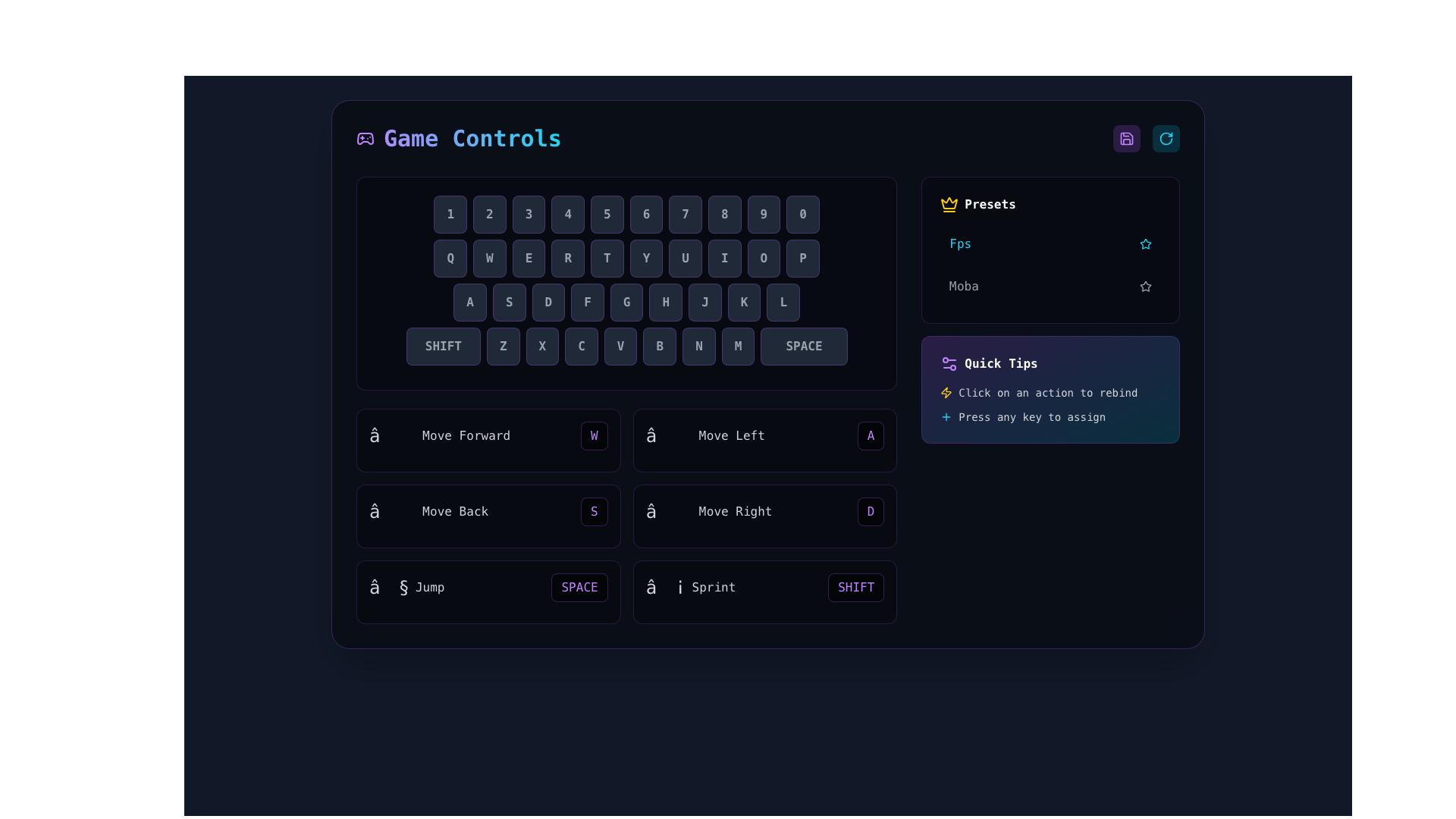 This screenshot has width=1456, height=819. I want to click on the 'Move Right' control input for advanced options, so click(764, 512).